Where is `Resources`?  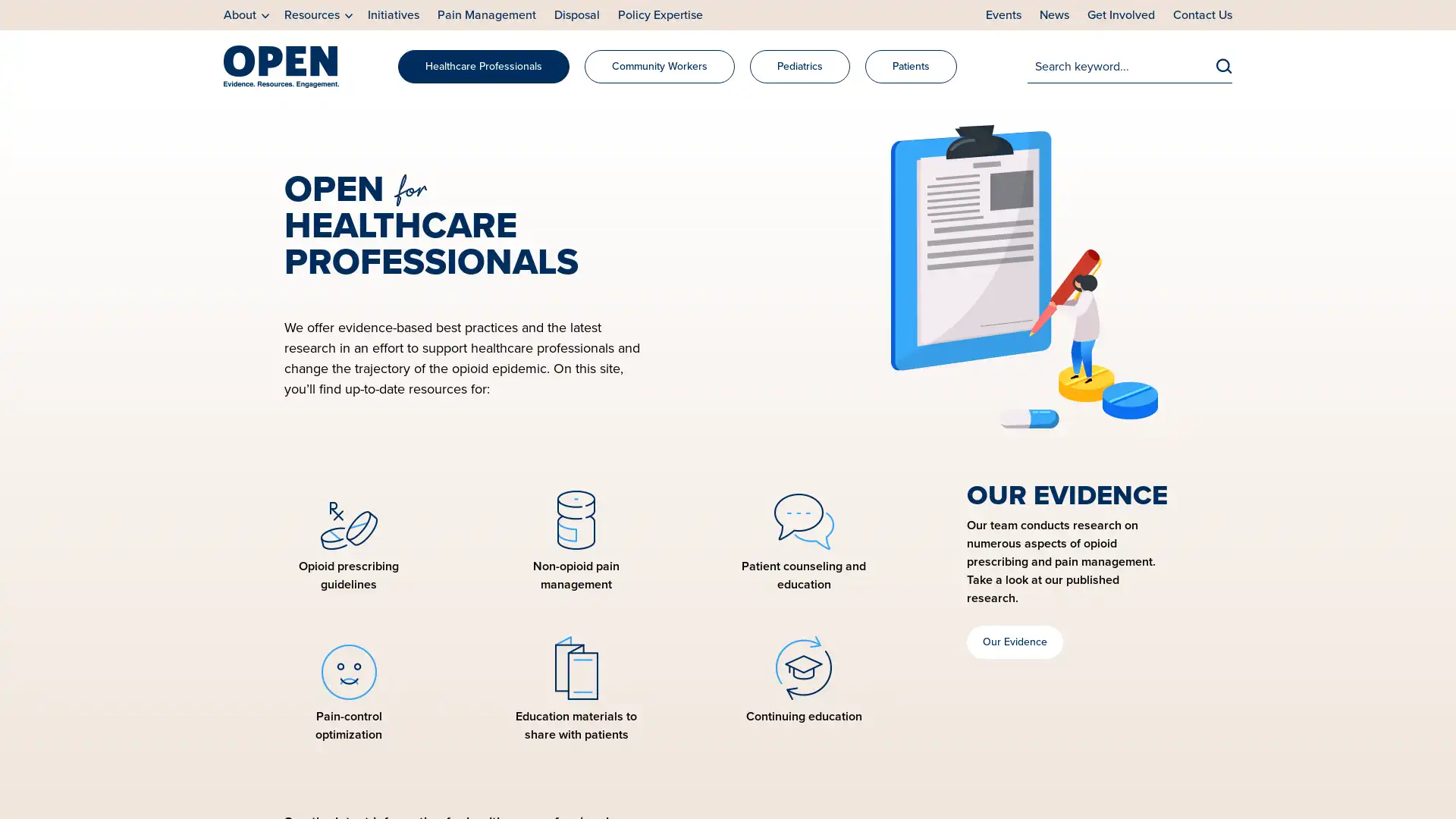 Resources is located at coordinates (318, 15).